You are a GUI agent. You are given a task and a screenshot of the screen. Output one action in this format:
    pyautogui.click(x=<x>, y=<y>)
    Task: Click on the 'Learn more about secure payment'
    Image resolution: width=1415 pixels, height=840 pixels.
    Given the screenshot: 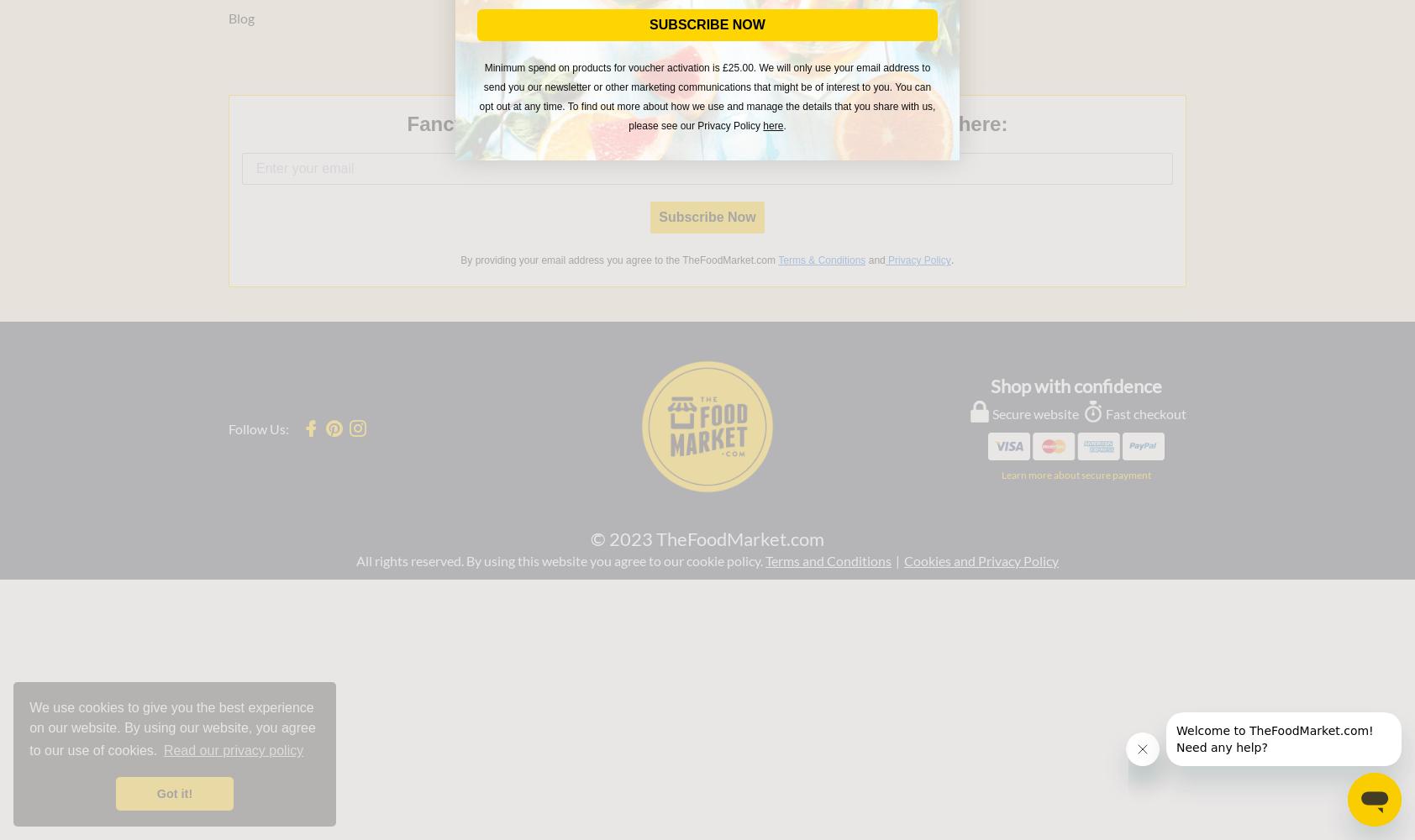 What is the action you would take?
    pyautogui.click(x=1075, y=474)
    